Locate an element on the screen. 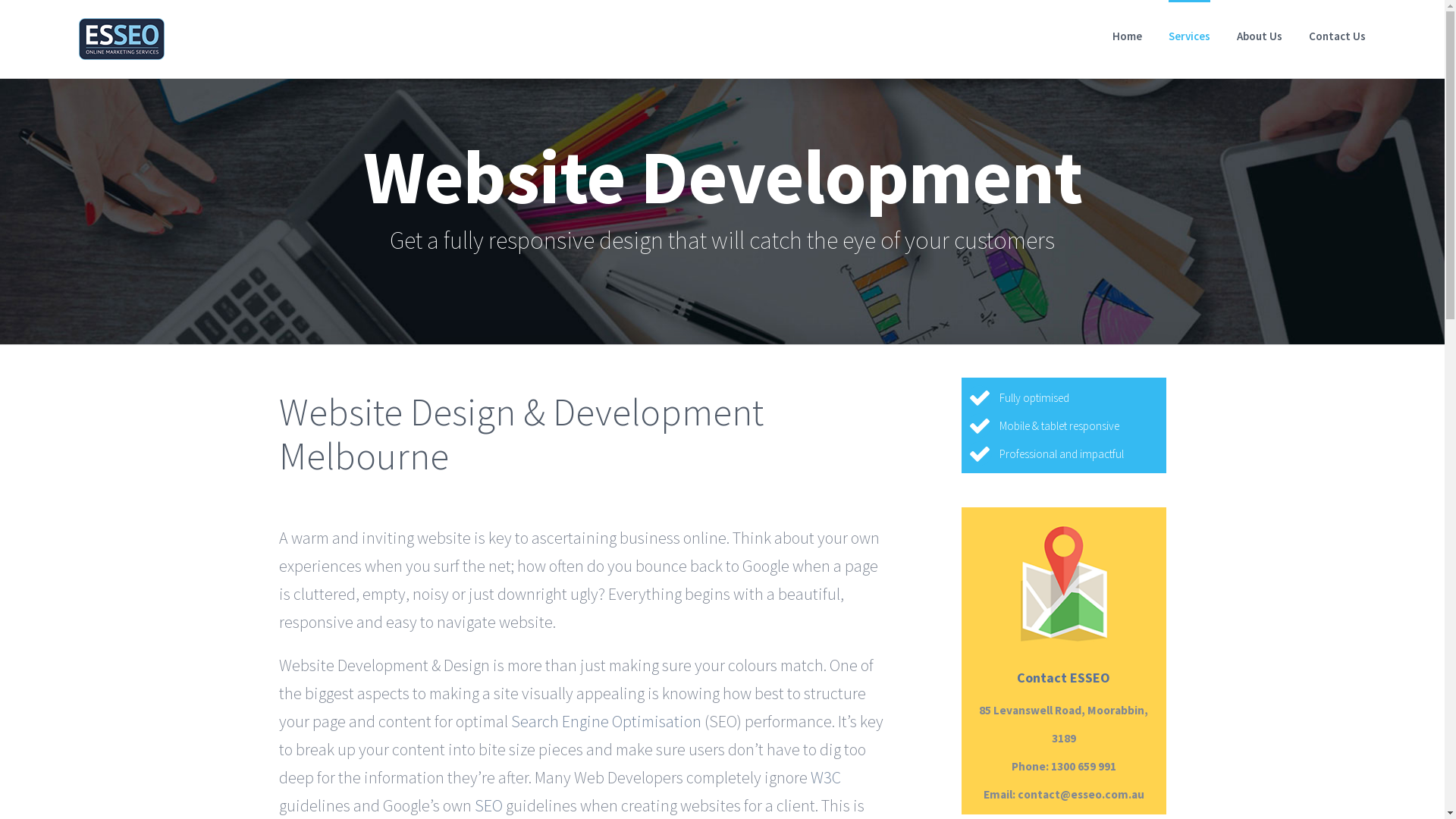 This screenshot has height=819, width=1456. 'About Us' is located at coordinates (1237, 34).